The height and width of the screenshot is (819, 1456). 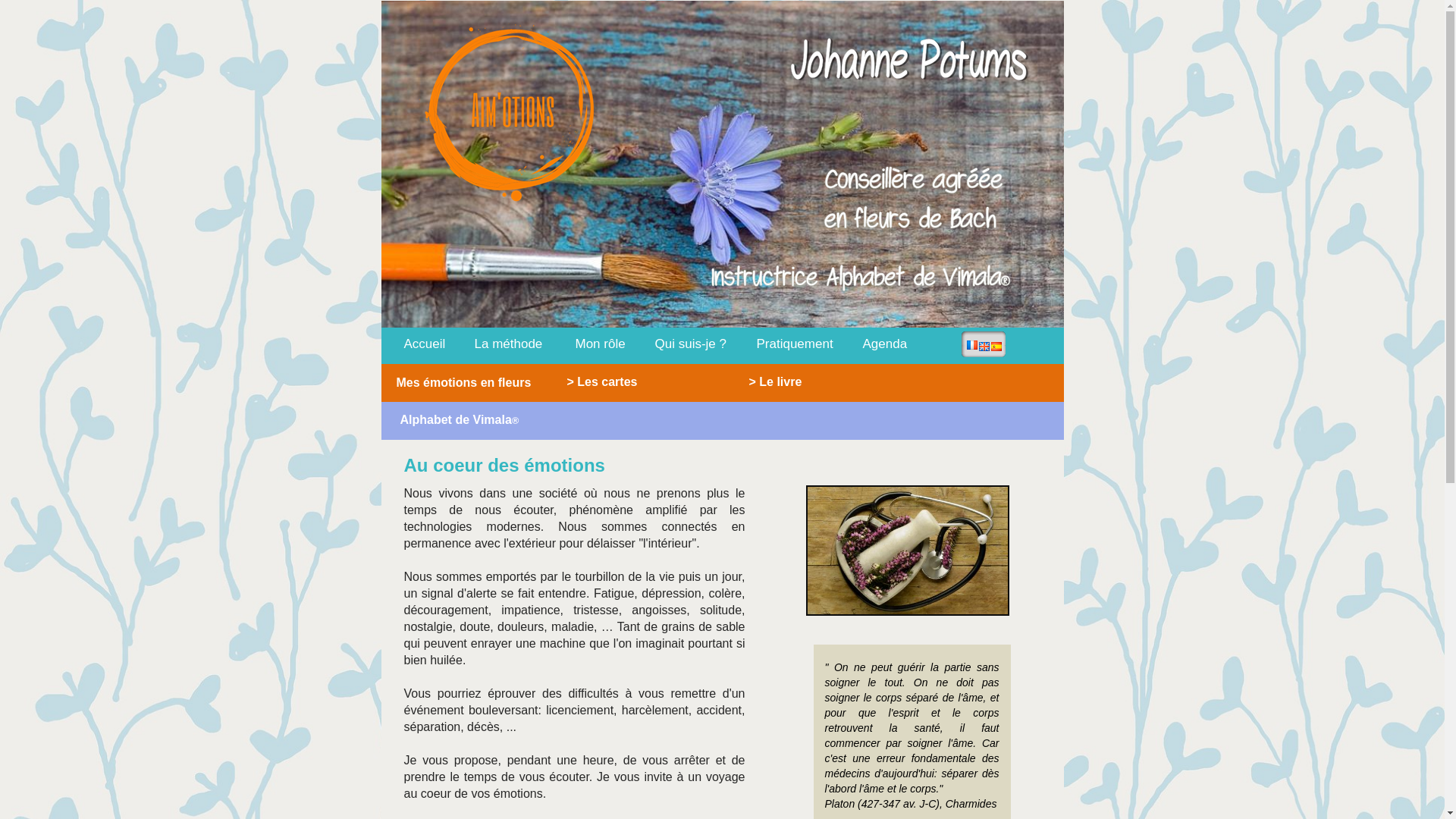 I want to click on 'Accueil', so click(x=419, y=343).